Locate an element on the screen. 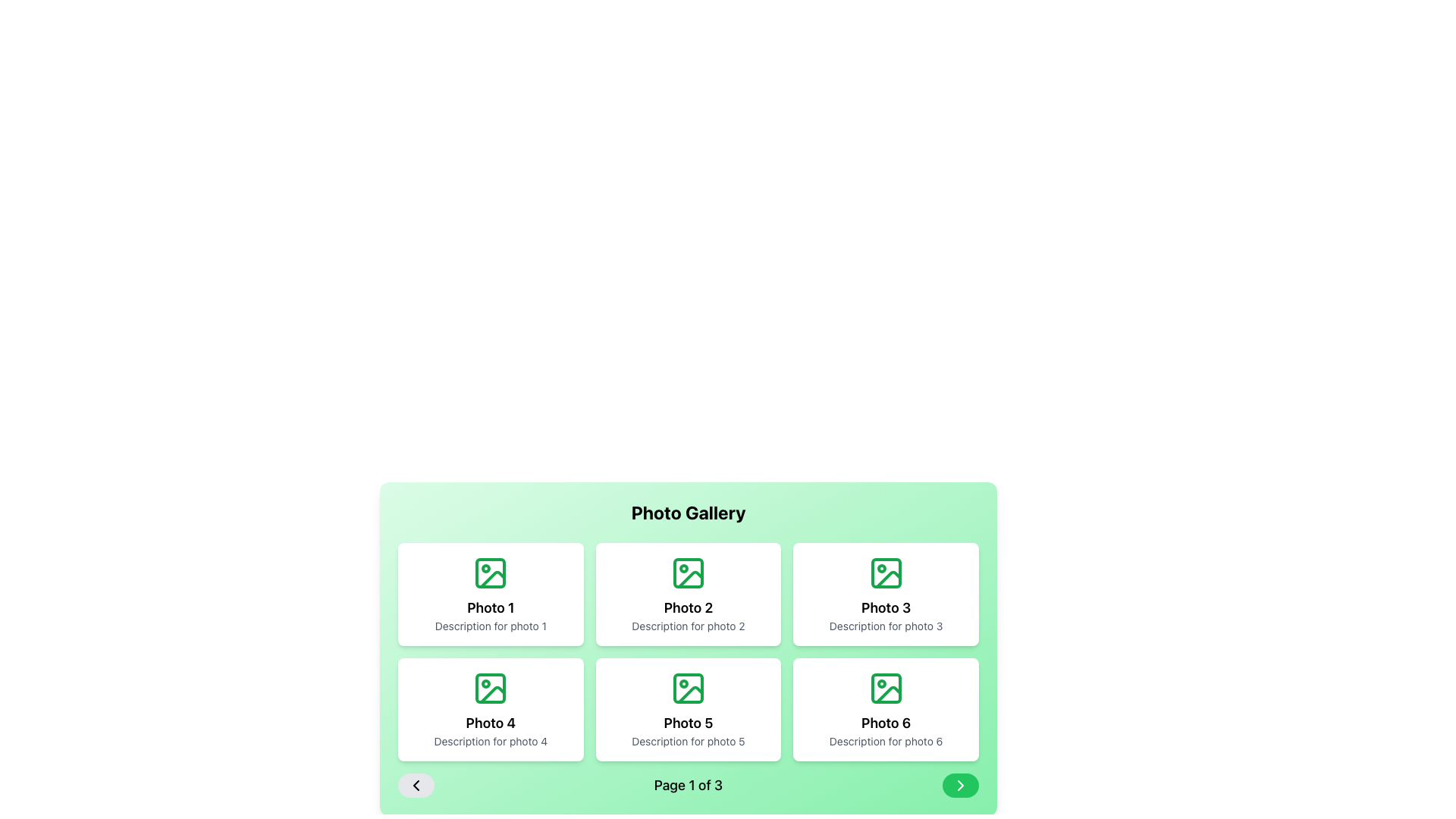 The width and height of the screenshot is (1456, 819). the icon representing Photo 3 in the gallery, located in the middle of the second row of the grid layout is located at coordinates (886, 573).